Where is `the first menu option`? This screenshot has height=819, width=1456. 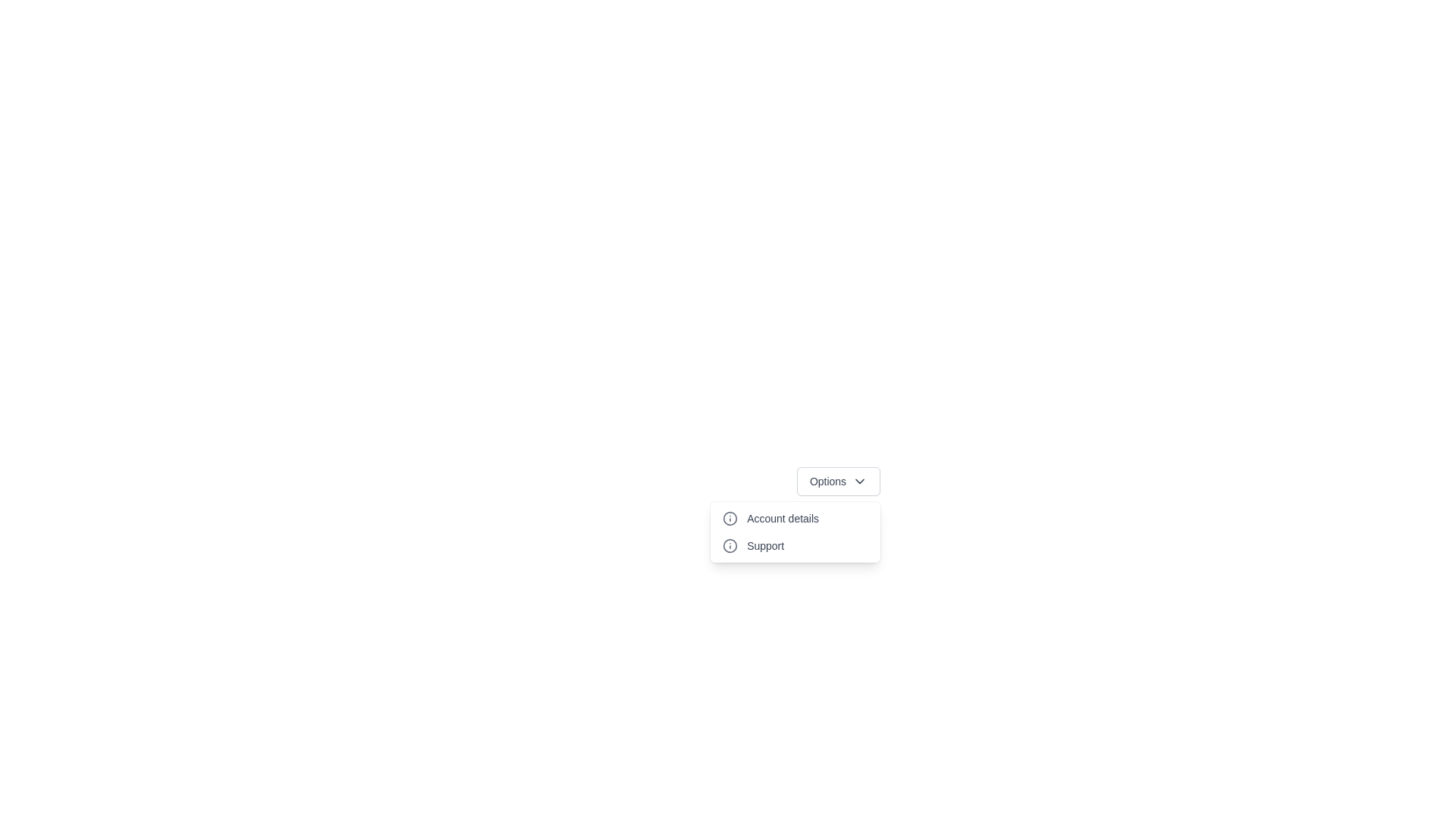
the first menu option is located at coordinates (795, 517).